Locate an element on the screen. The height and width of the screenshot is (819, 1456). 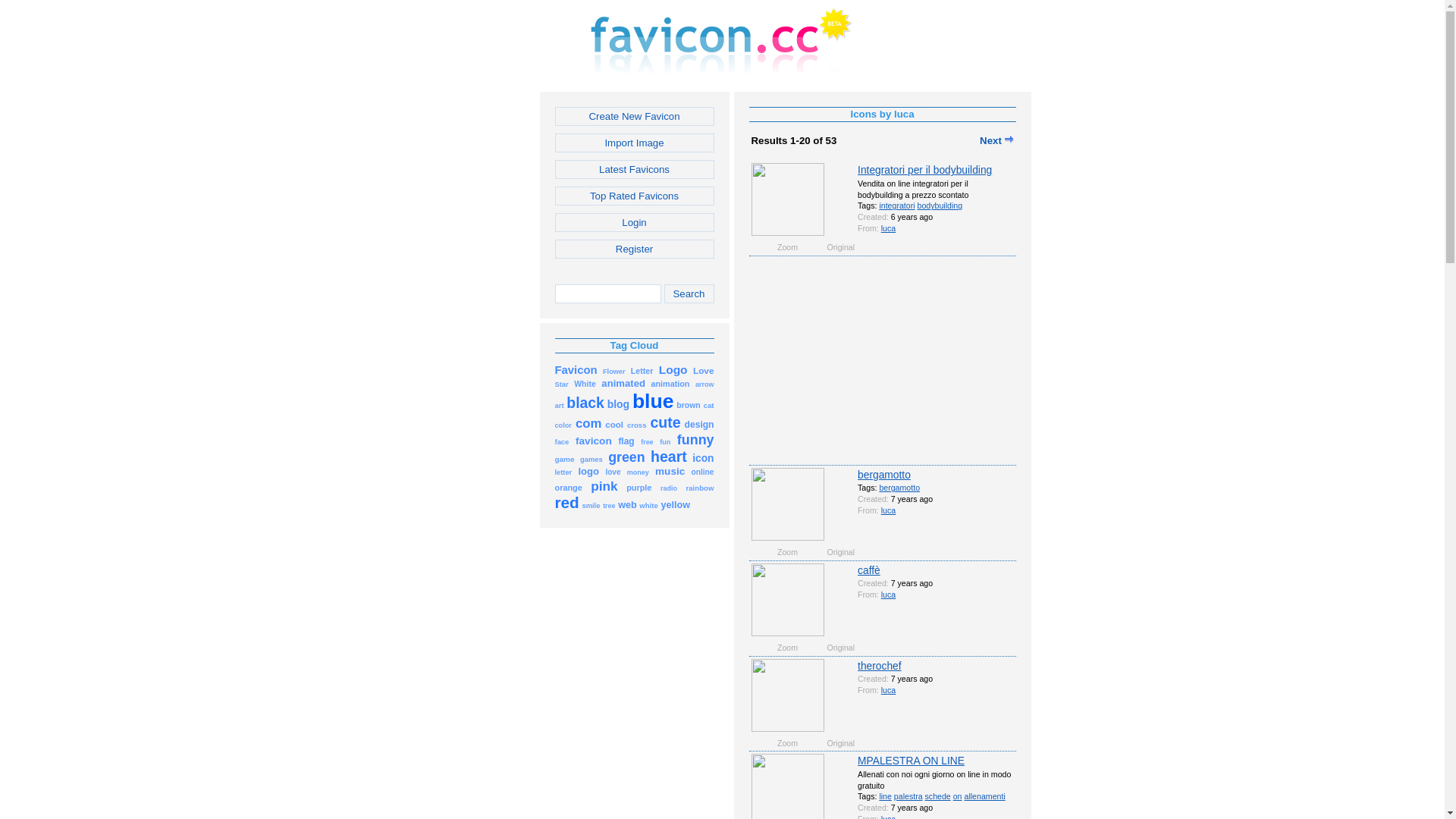
'cool' is located at coordinates (614, 424).